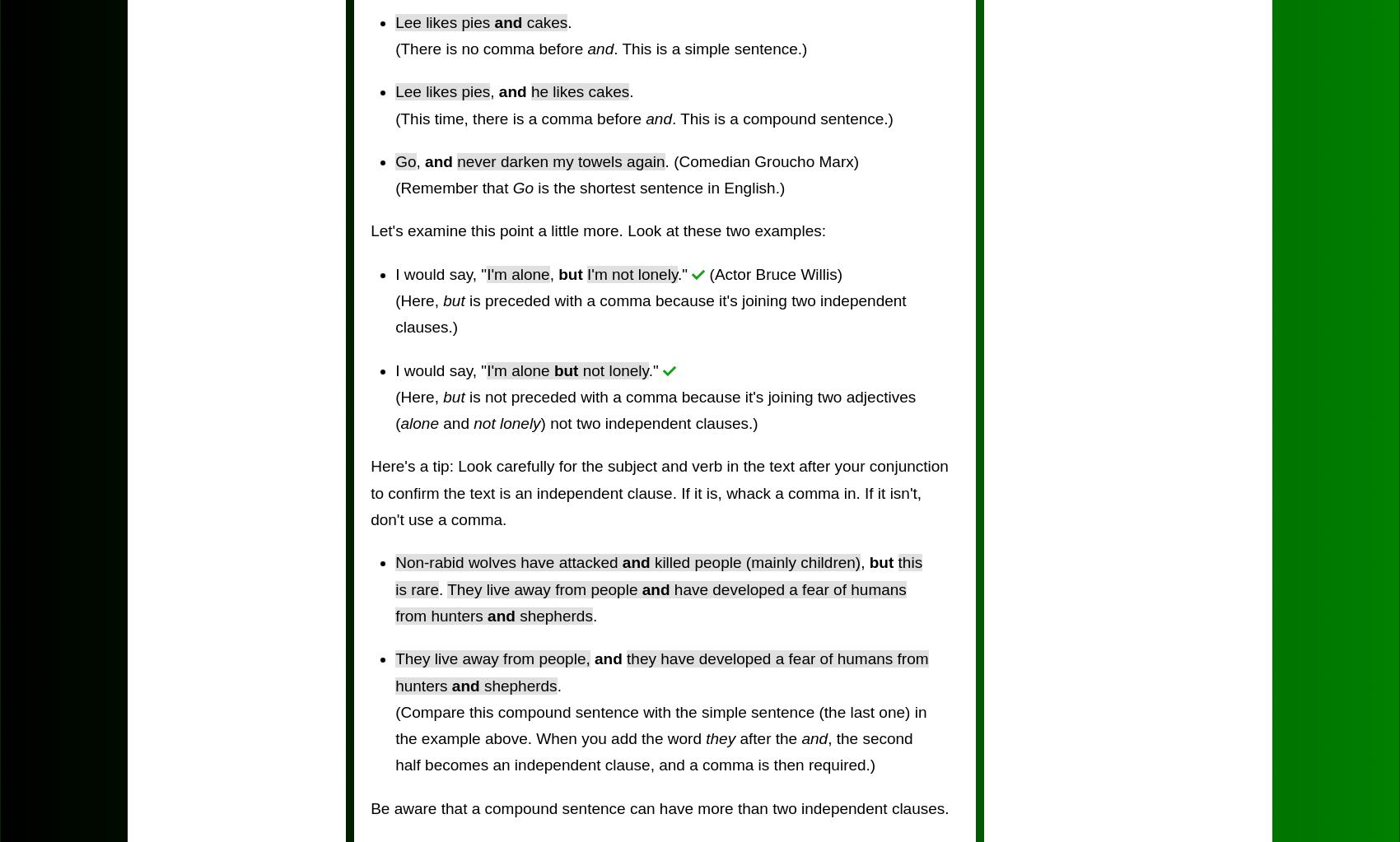 This screenshot has height=842, width=1400. I want to click on '(Remember that', so click(452, 187).